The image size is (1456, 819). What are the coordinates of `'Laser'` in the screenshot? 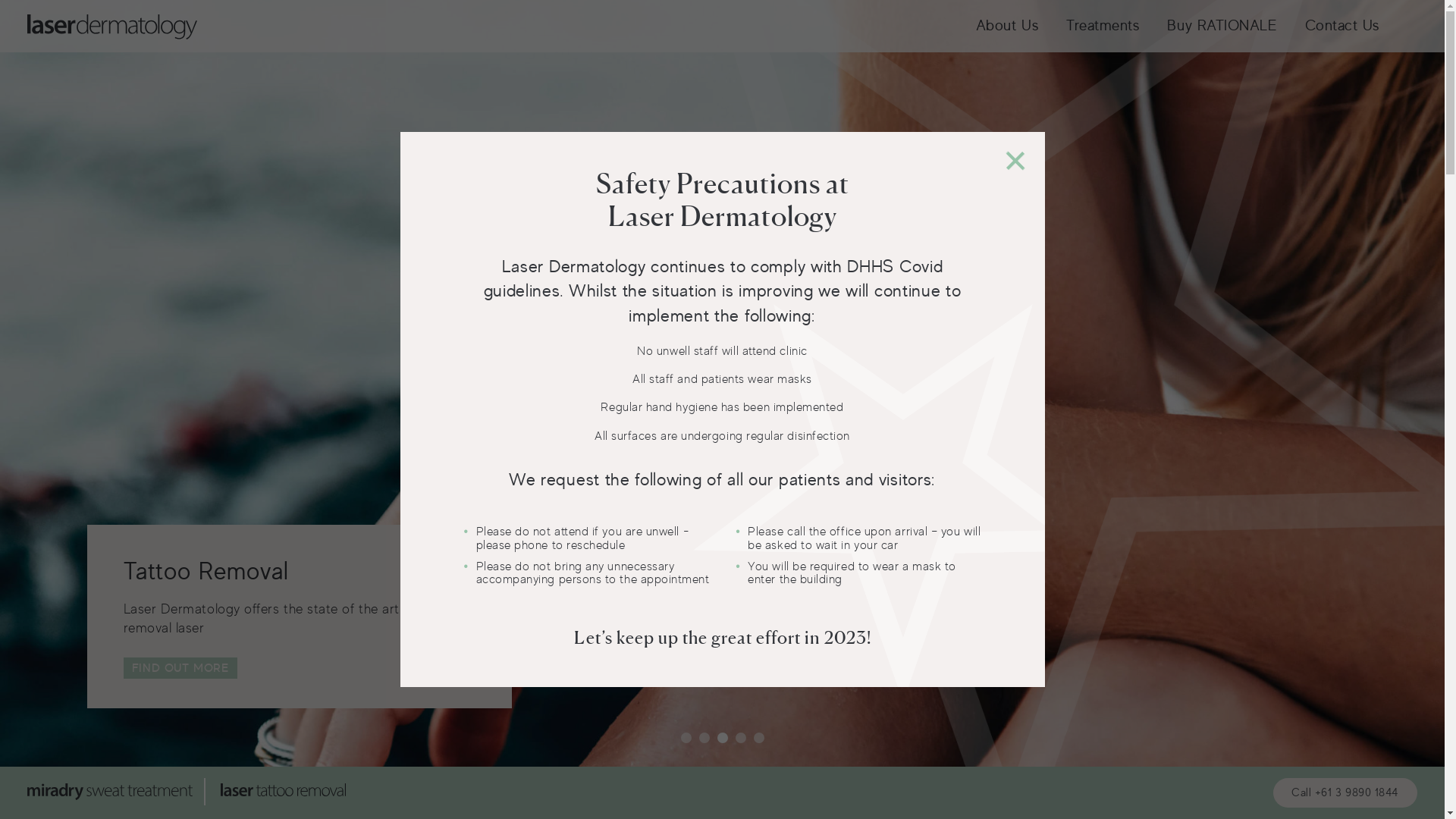 It's located at (27, 27).